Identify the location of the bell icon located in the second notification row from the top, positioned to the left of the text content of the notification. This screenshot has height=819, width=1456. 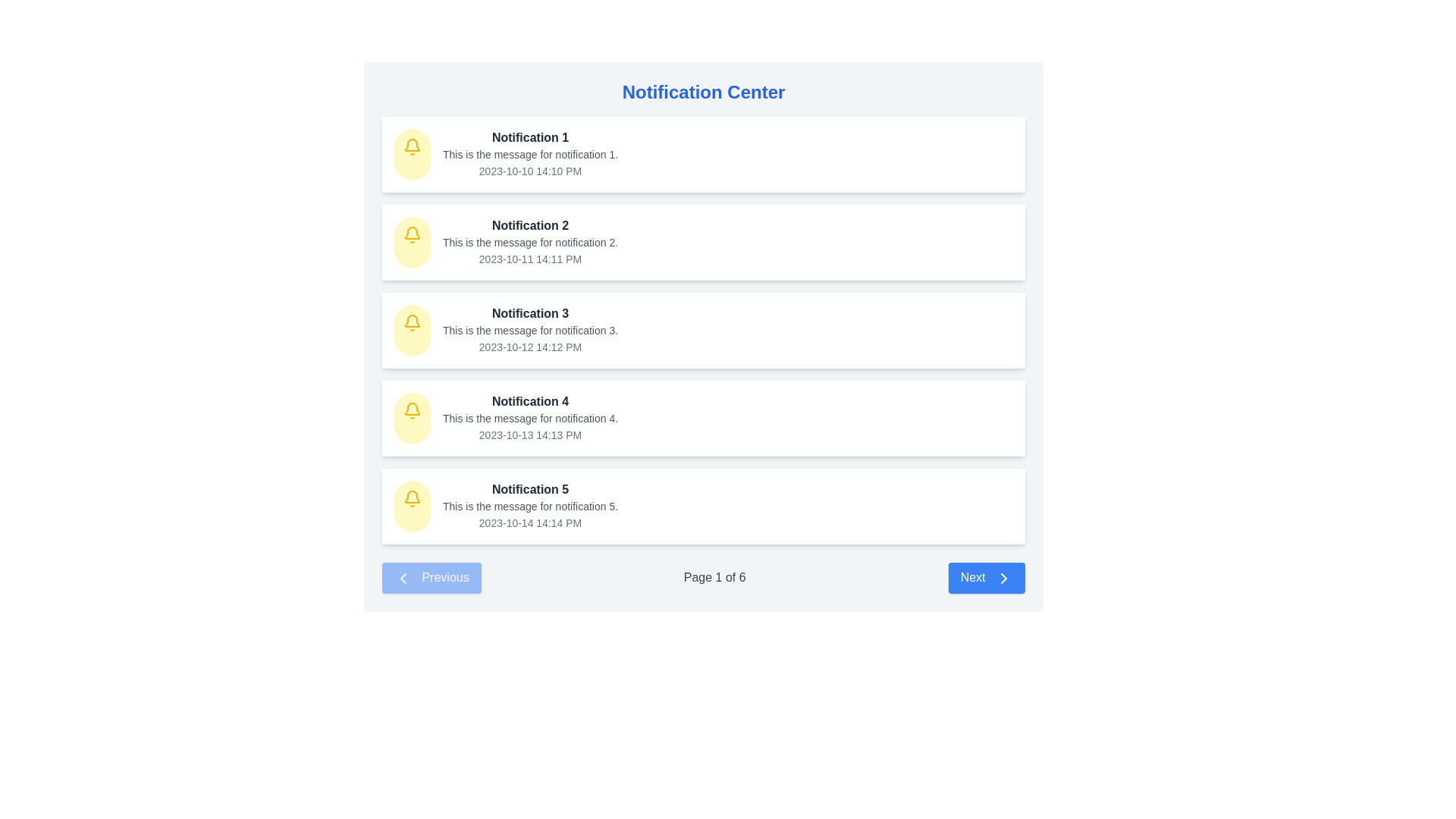
(412, 233).